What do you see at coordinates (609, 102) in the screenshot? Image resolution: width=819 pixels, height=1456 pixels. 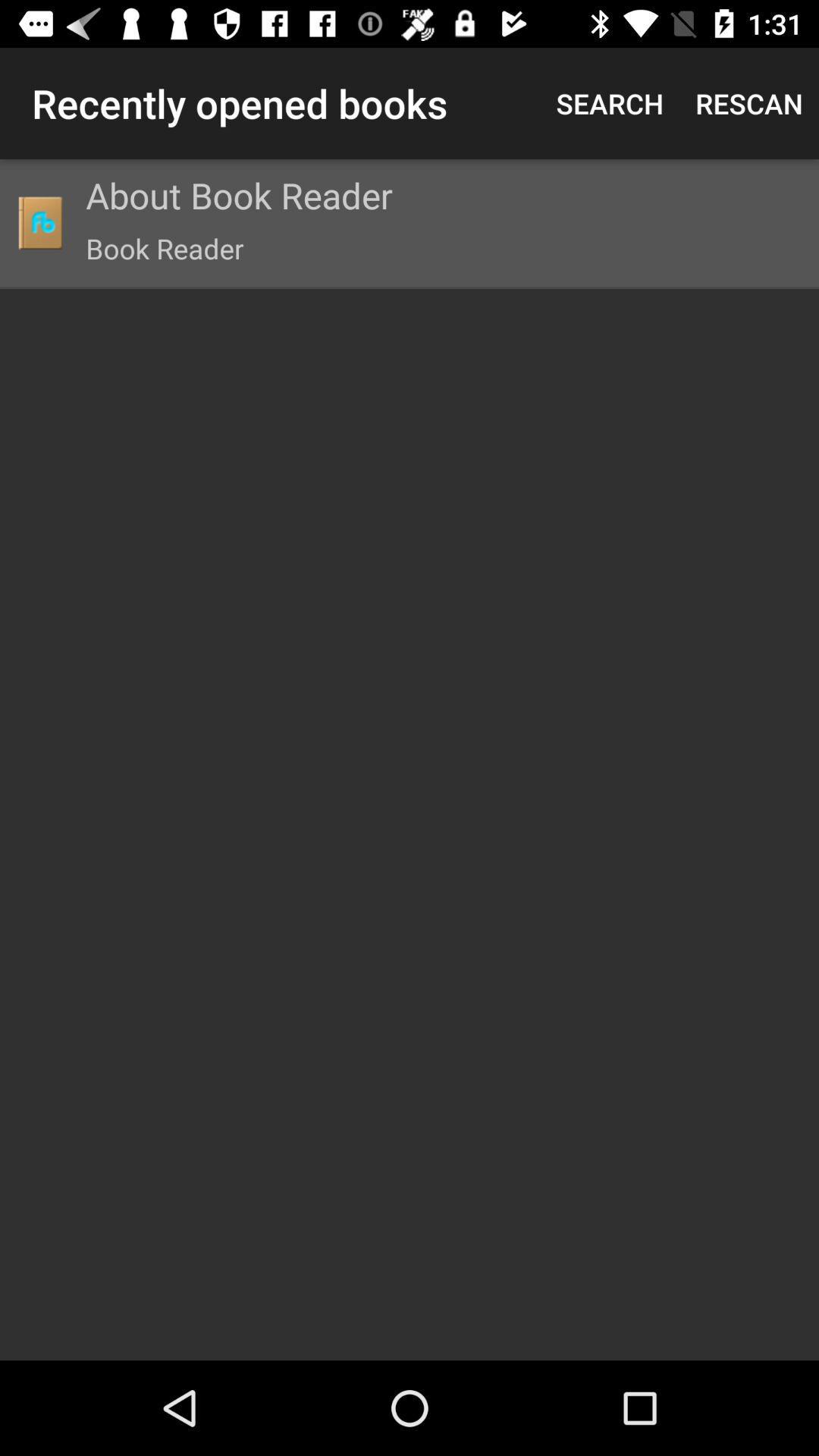 I see `the search item` at bounding box center [609, 102].